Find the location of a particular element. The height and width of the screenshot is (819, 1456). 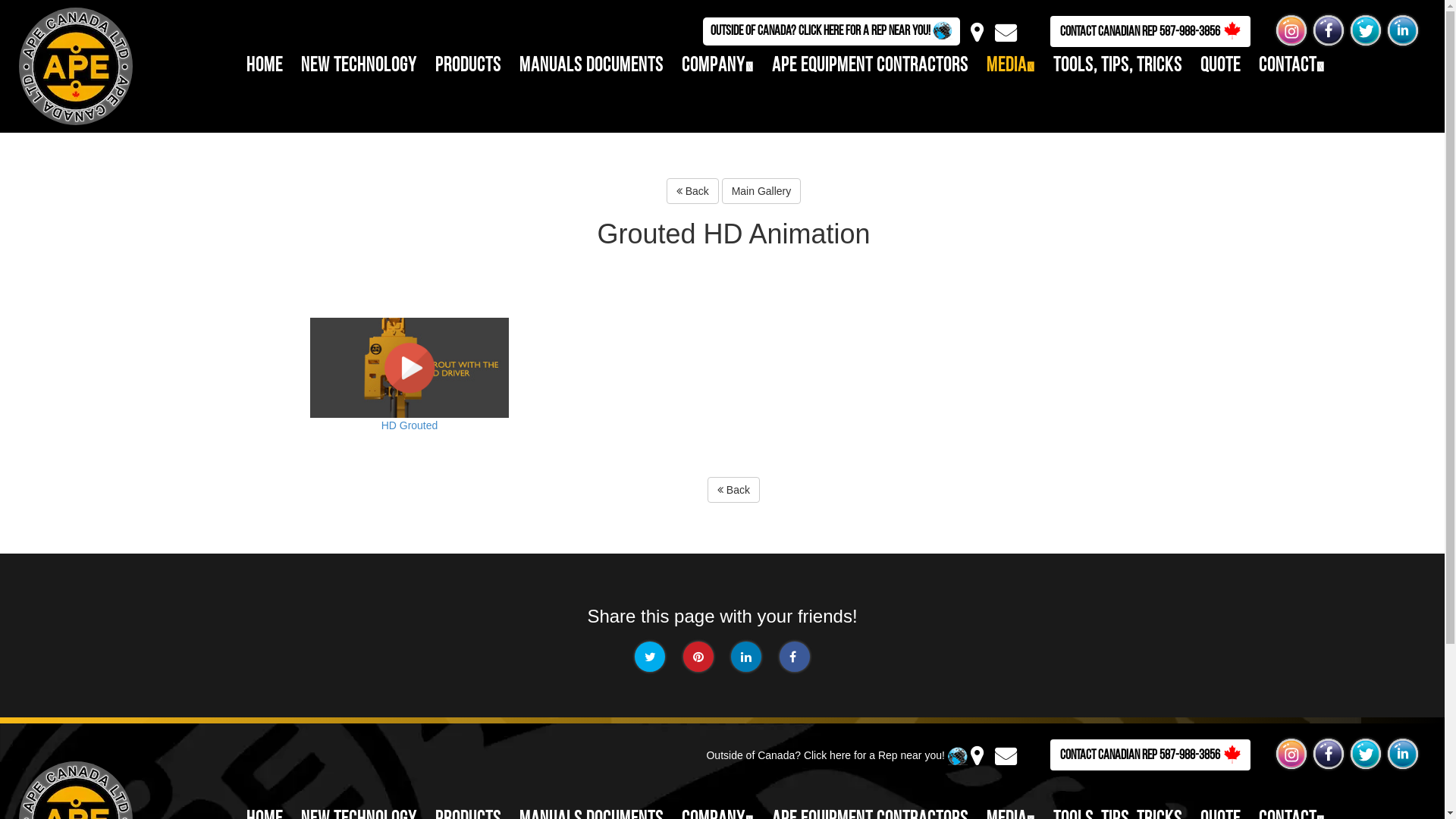

'New Technology' is located at coordinates (301, 65).